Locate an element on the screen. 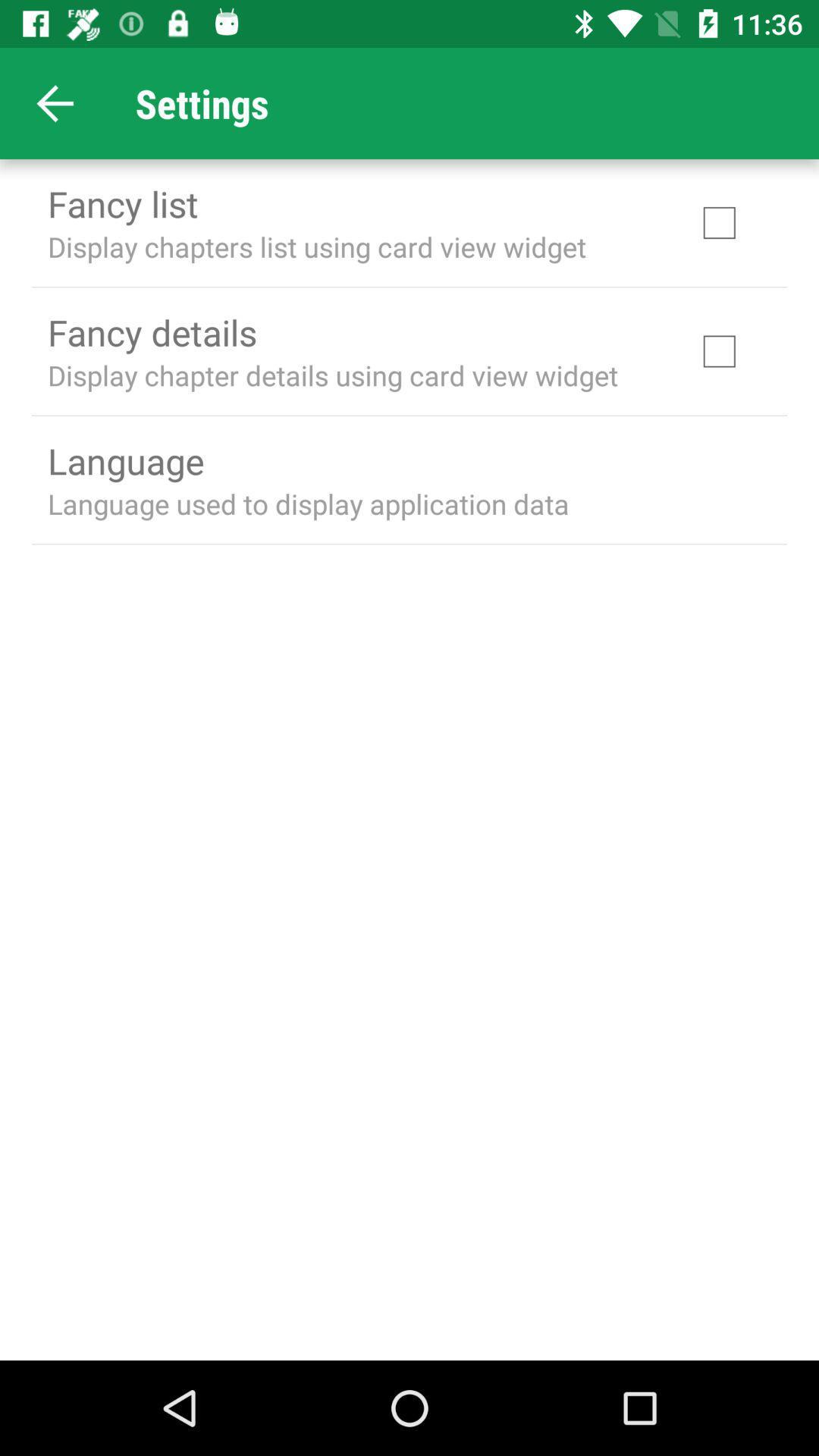 This screenshot has width=819, height=1456. the arrow_backward icon is located at coordinates (55, 102).